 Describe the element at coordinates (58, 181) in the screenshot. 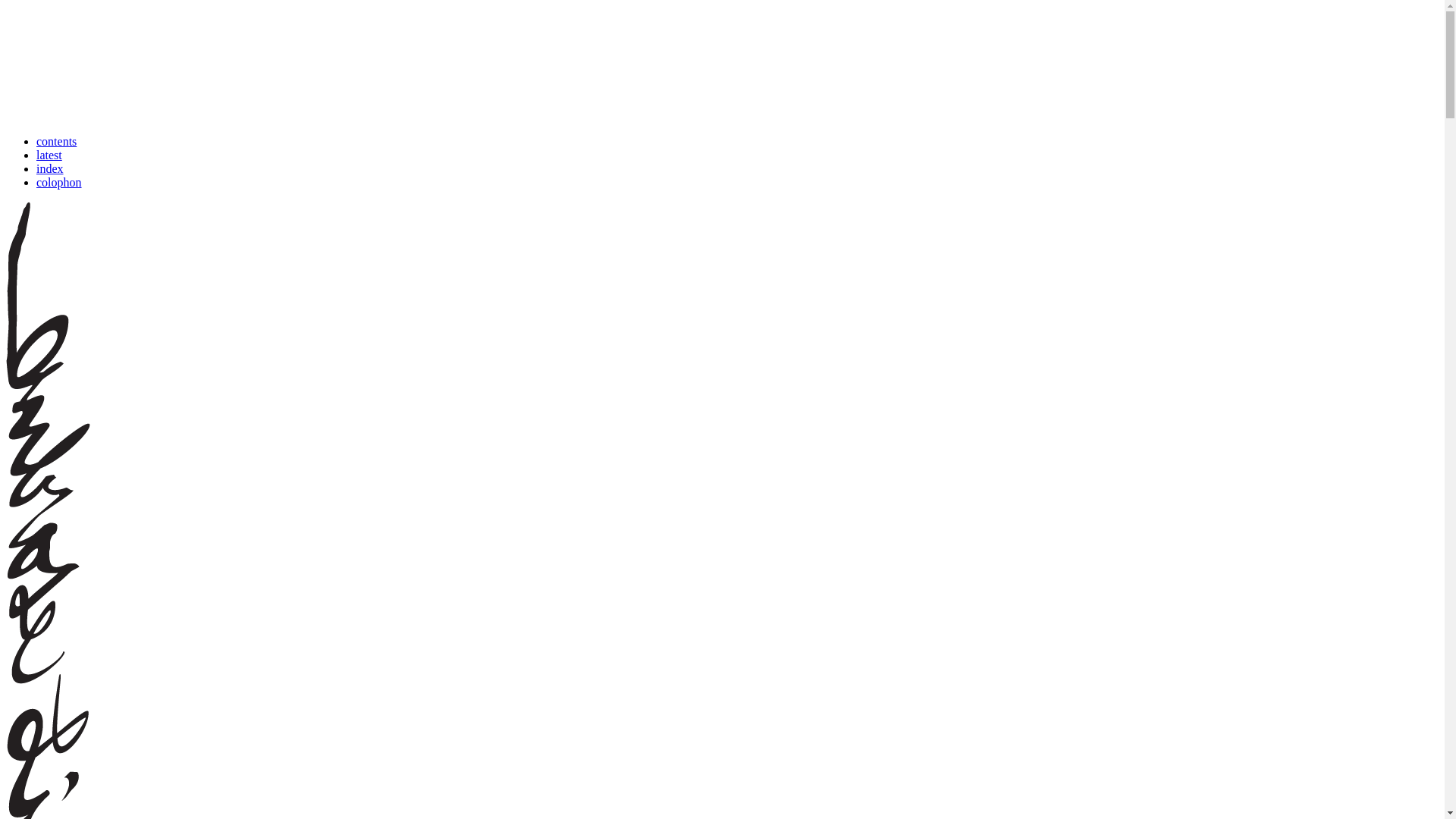

I see `'colophon'` at that location.